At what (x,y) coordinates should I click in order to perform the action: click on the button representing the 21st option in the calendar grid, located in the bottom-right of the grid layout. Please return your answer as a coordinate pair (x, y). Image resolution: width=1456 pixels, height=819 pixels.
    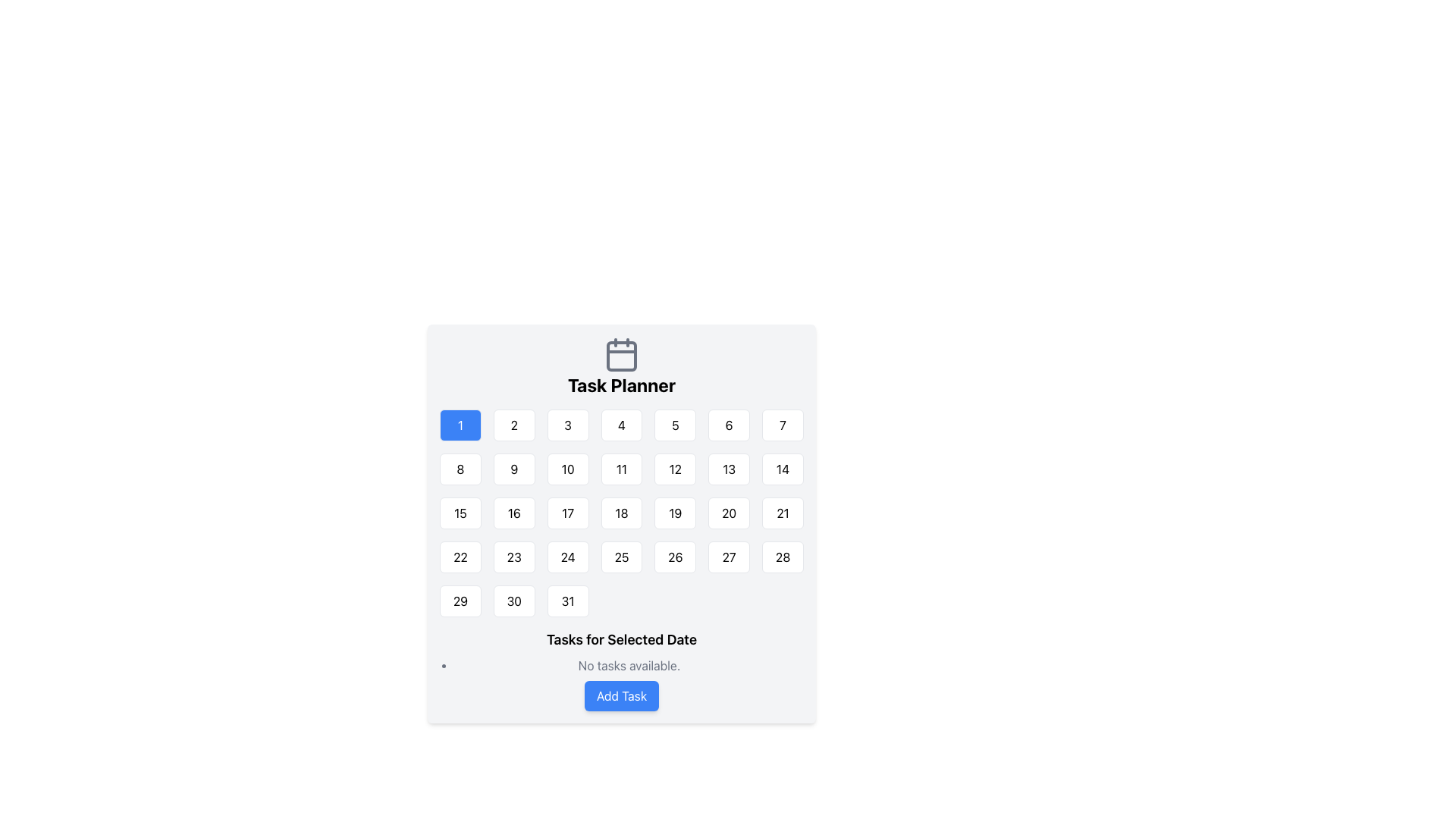
    Looking at the image, I should click on (783, 513).